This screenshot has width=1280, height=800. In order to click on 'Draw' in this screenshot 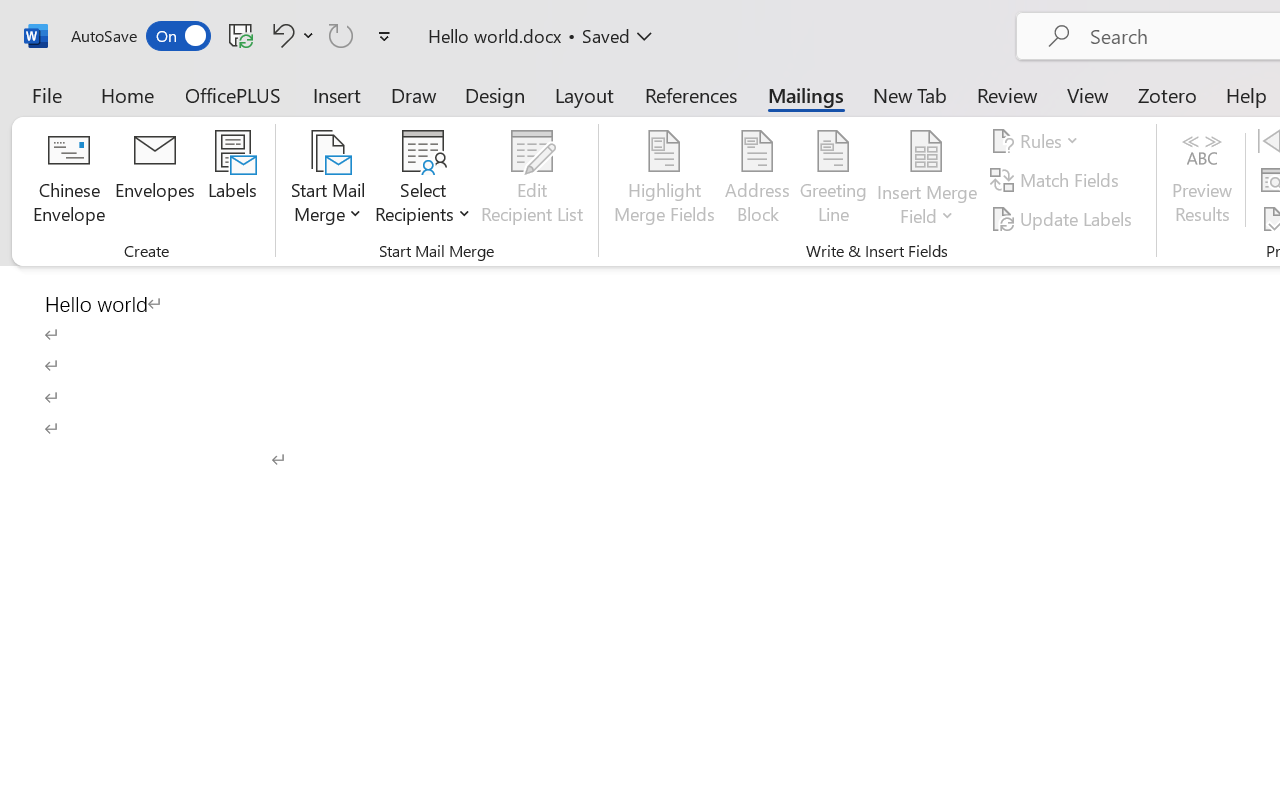, I will do `click(413, 94)`.